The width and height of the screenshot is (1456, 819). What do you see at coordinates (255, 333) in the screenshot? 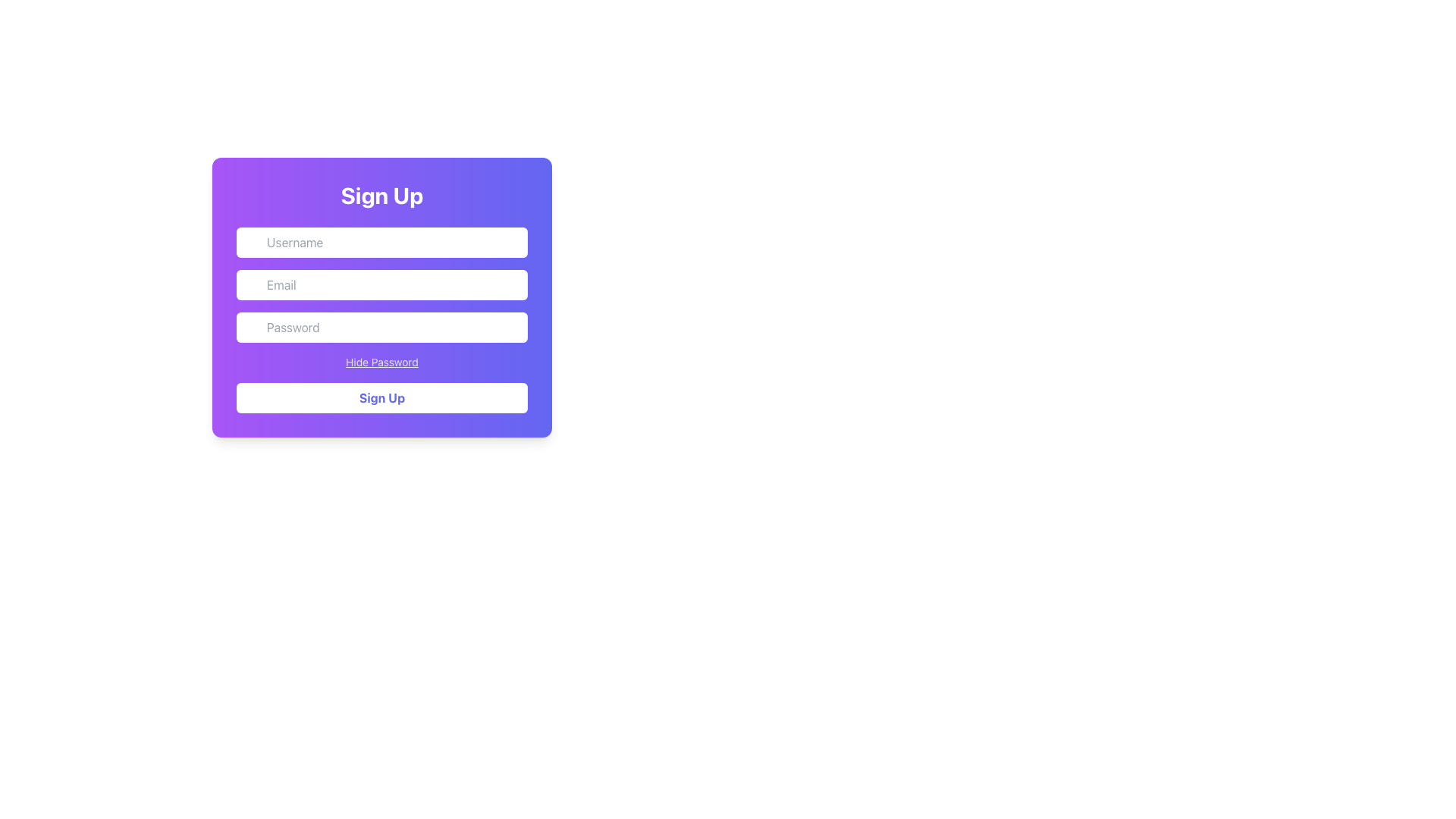
I see `the small rectangular block with rounded corners that represents the body of the lock icon, located below the 'Password' text field` at bounding box center [255, 333].